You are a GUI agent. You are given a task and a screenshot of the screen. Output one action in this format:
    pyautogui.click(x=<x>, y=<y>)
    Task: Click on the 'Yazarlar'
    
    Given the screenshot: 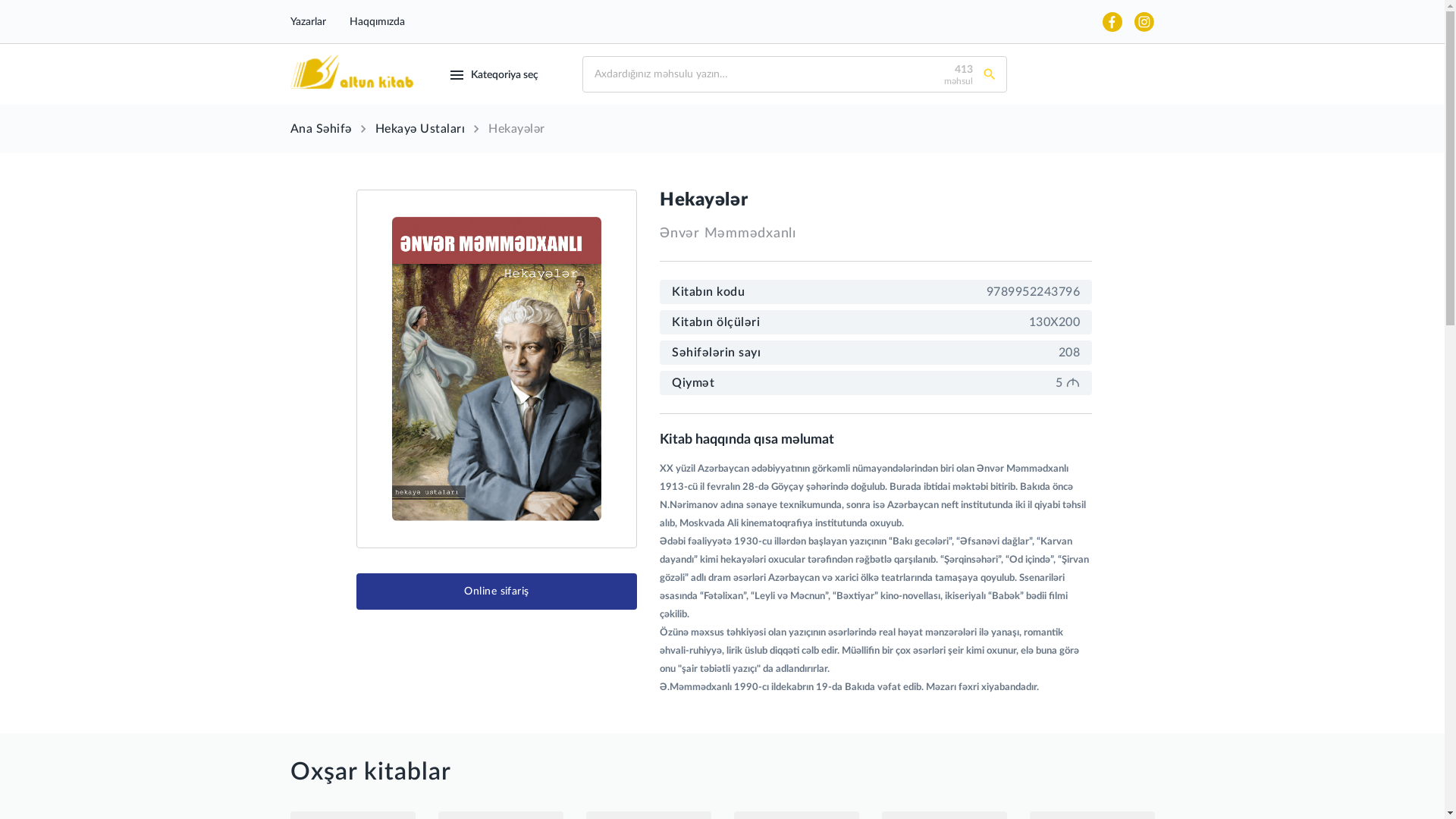 What is the action you would take?
    pyautogui.click(x=306, y=22)
    